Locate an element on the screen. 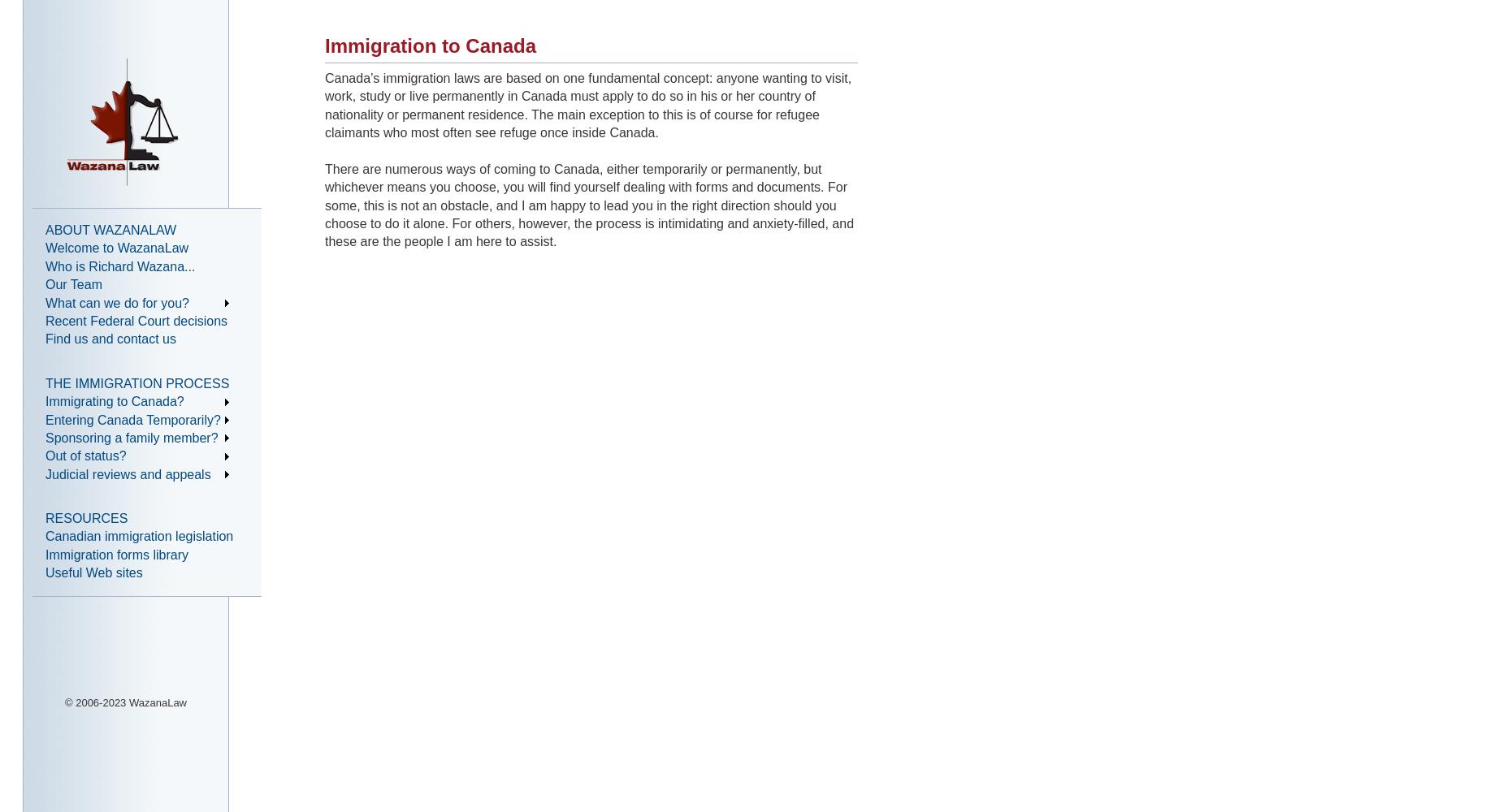  'Entering Canada Temporarily?' is located at coordinates (132, 419).